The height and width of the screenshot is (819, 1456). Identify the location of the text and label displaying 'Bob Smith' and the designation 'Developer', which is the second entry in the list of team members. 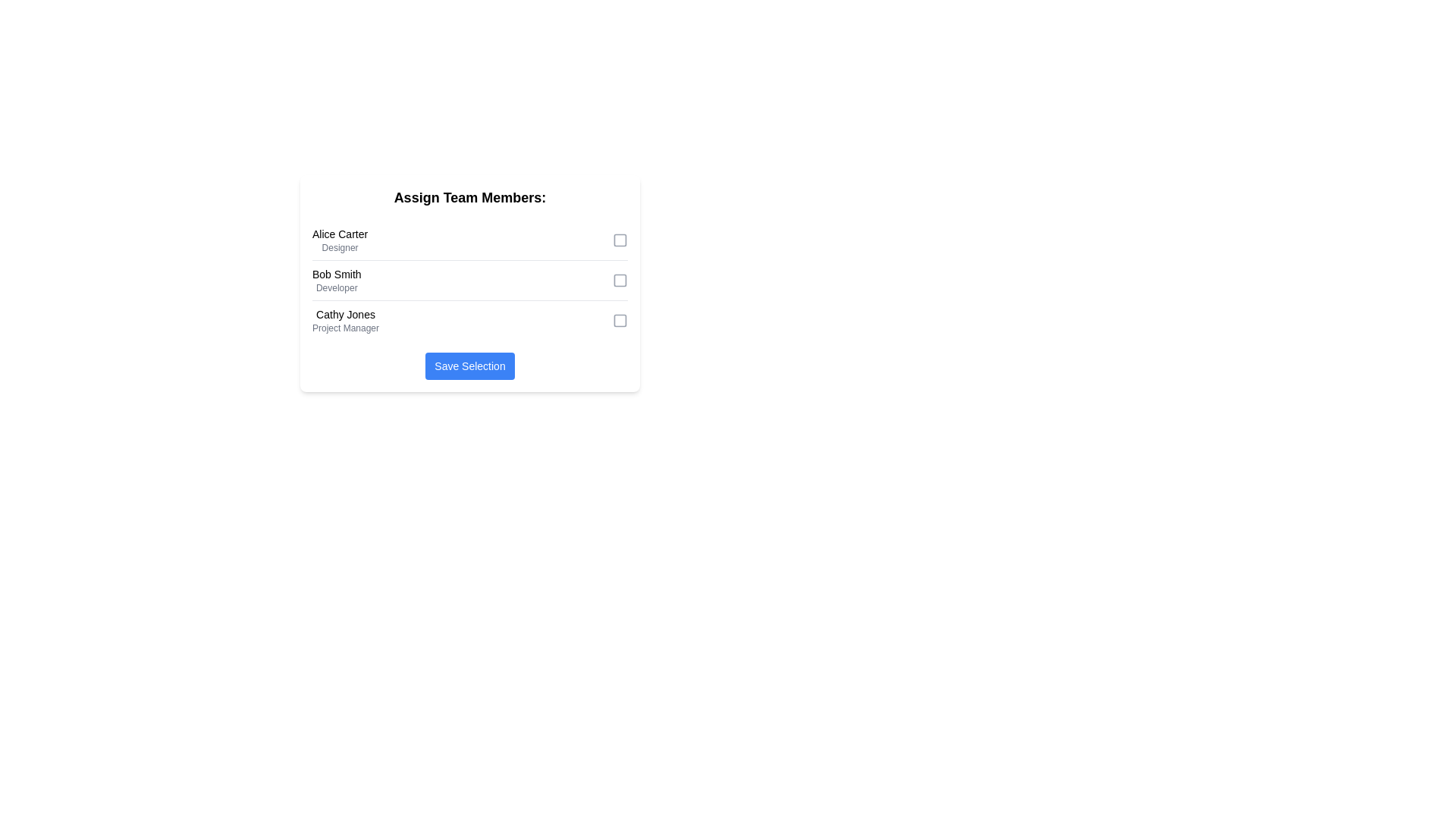
(336, 281).